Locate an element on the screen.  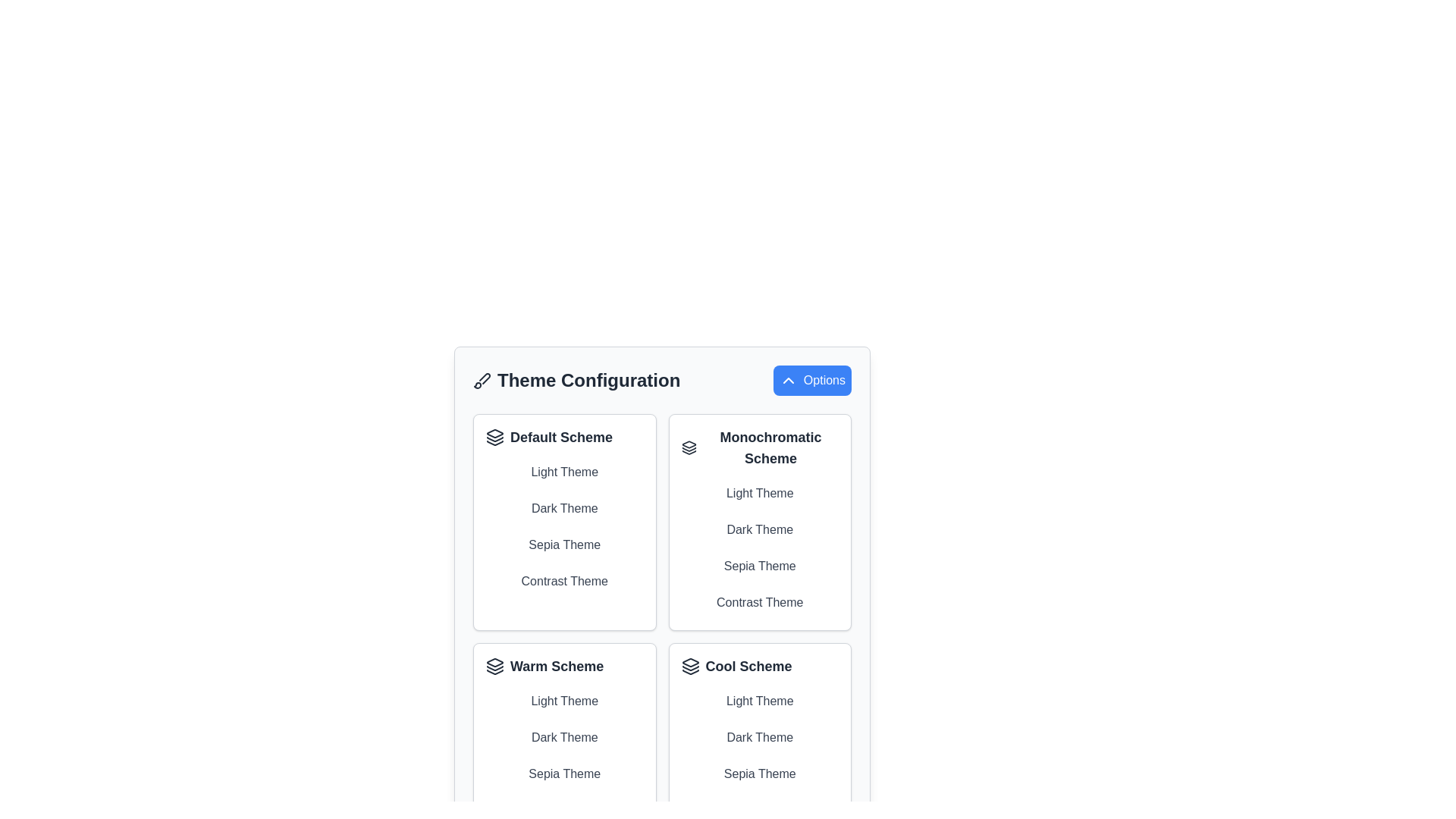
the 'Dark Theme' text button is located at coordinates (760, 522).